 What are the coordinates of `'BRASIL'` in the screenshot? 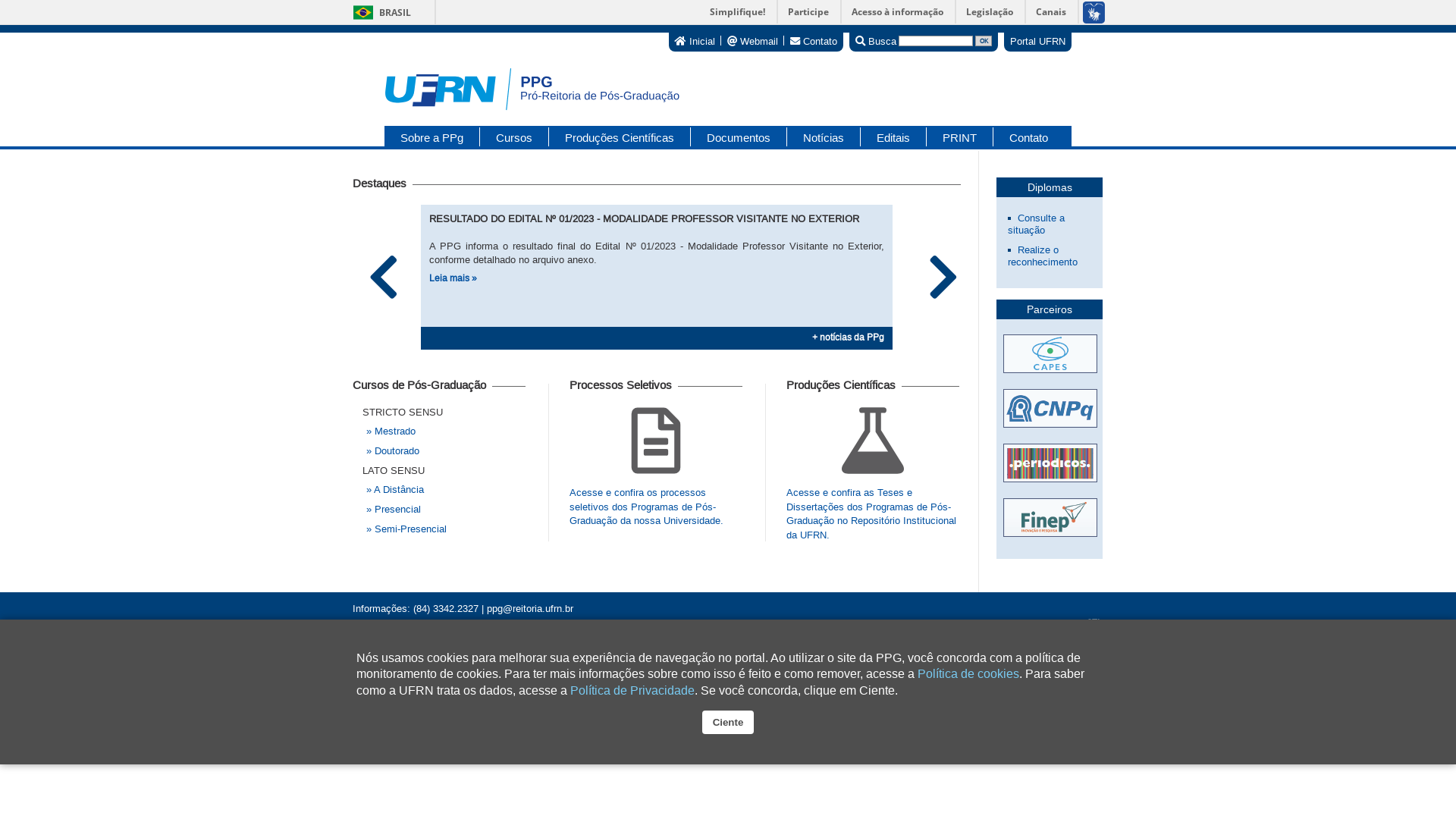 It's located at (379, 12).